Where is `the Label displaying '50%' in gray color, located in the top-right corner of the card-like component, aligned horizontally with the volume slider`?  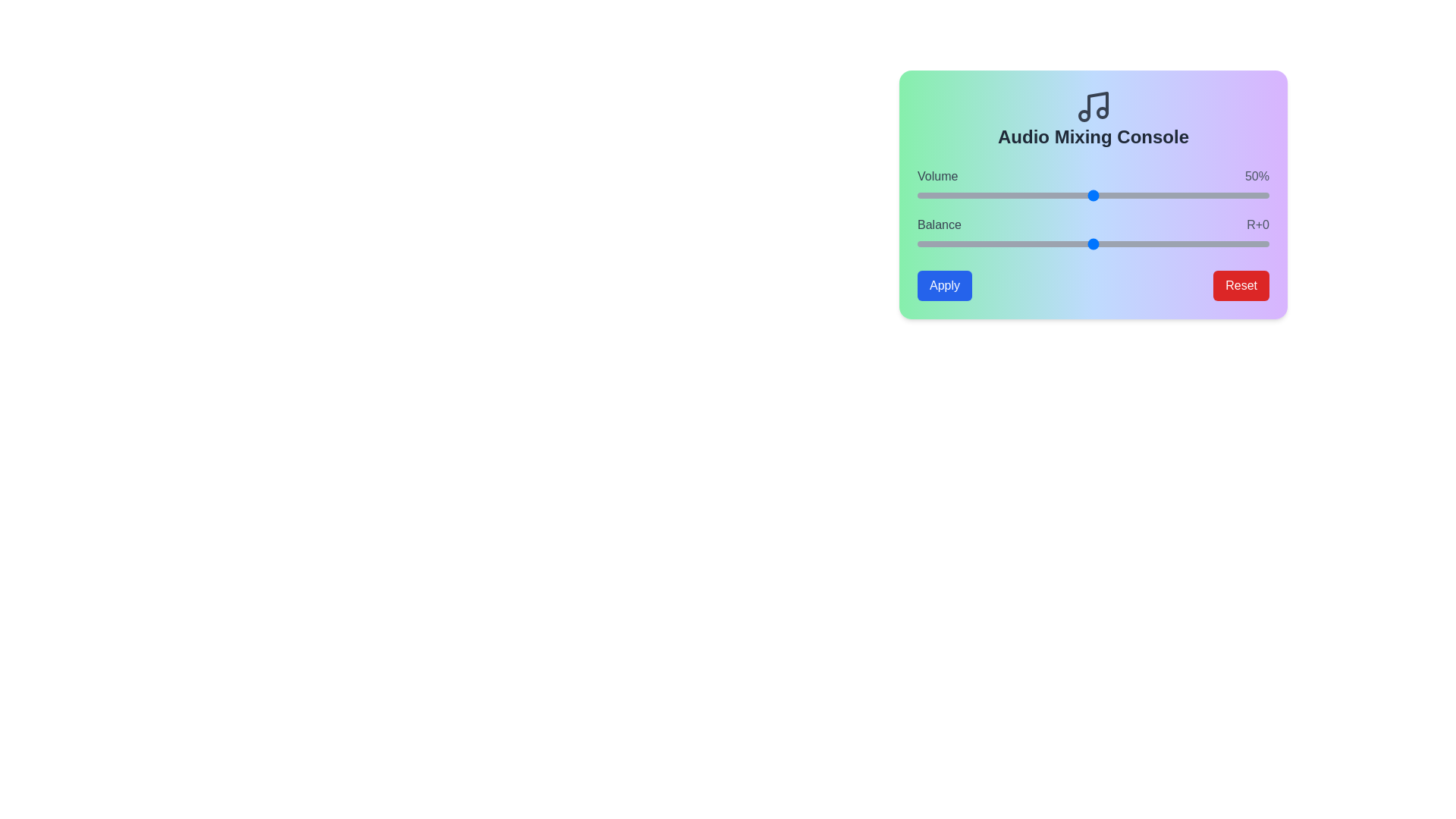
the Label displaying '50%' in gray color, located in the top-right corner of the card-like component, aligned horizontally with the volume slider is located at coordinates (1257, 175).